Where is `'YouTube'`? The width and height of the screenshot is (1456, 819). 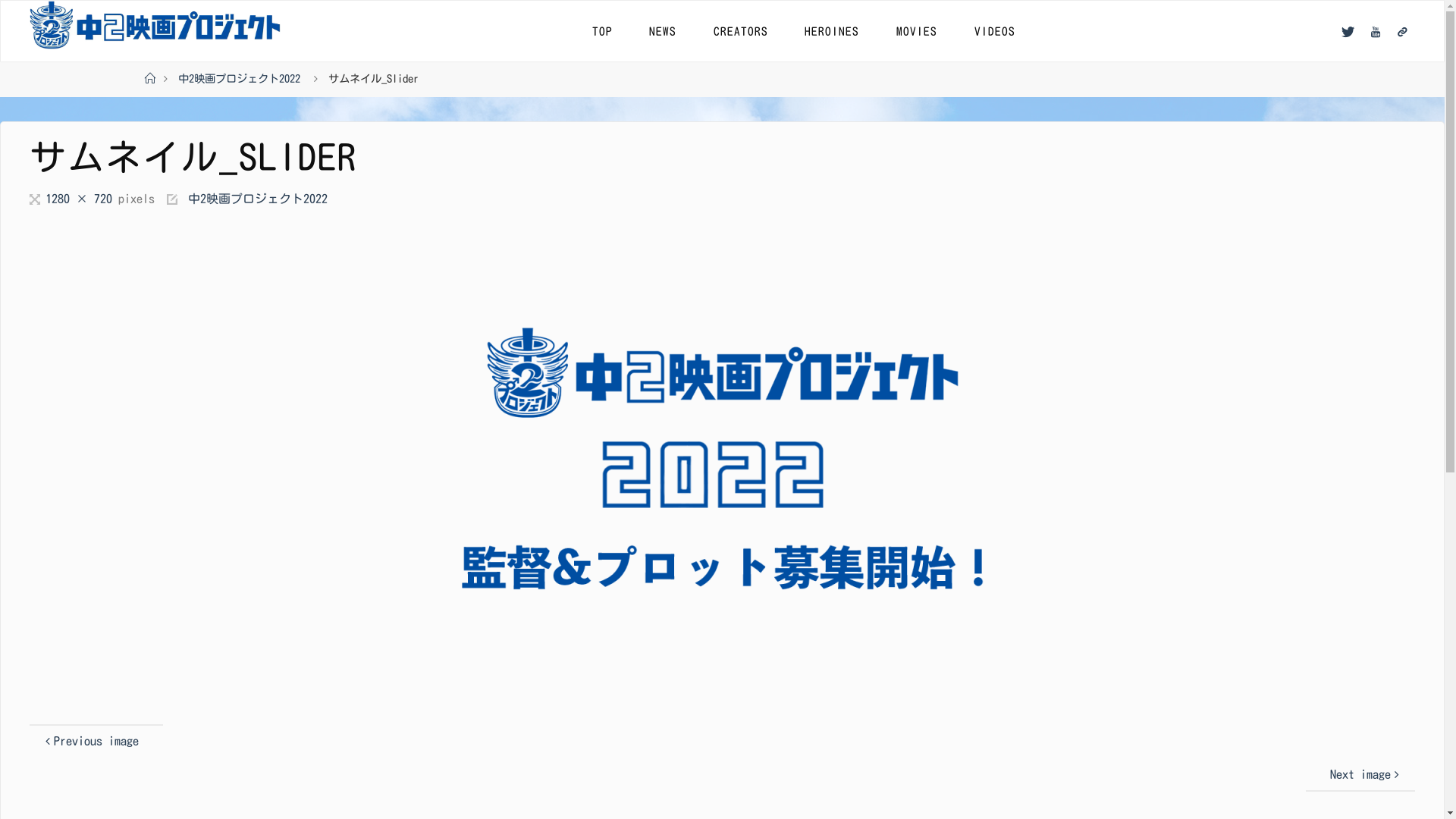
'YouTube' is located at coordinates (1376, 31).